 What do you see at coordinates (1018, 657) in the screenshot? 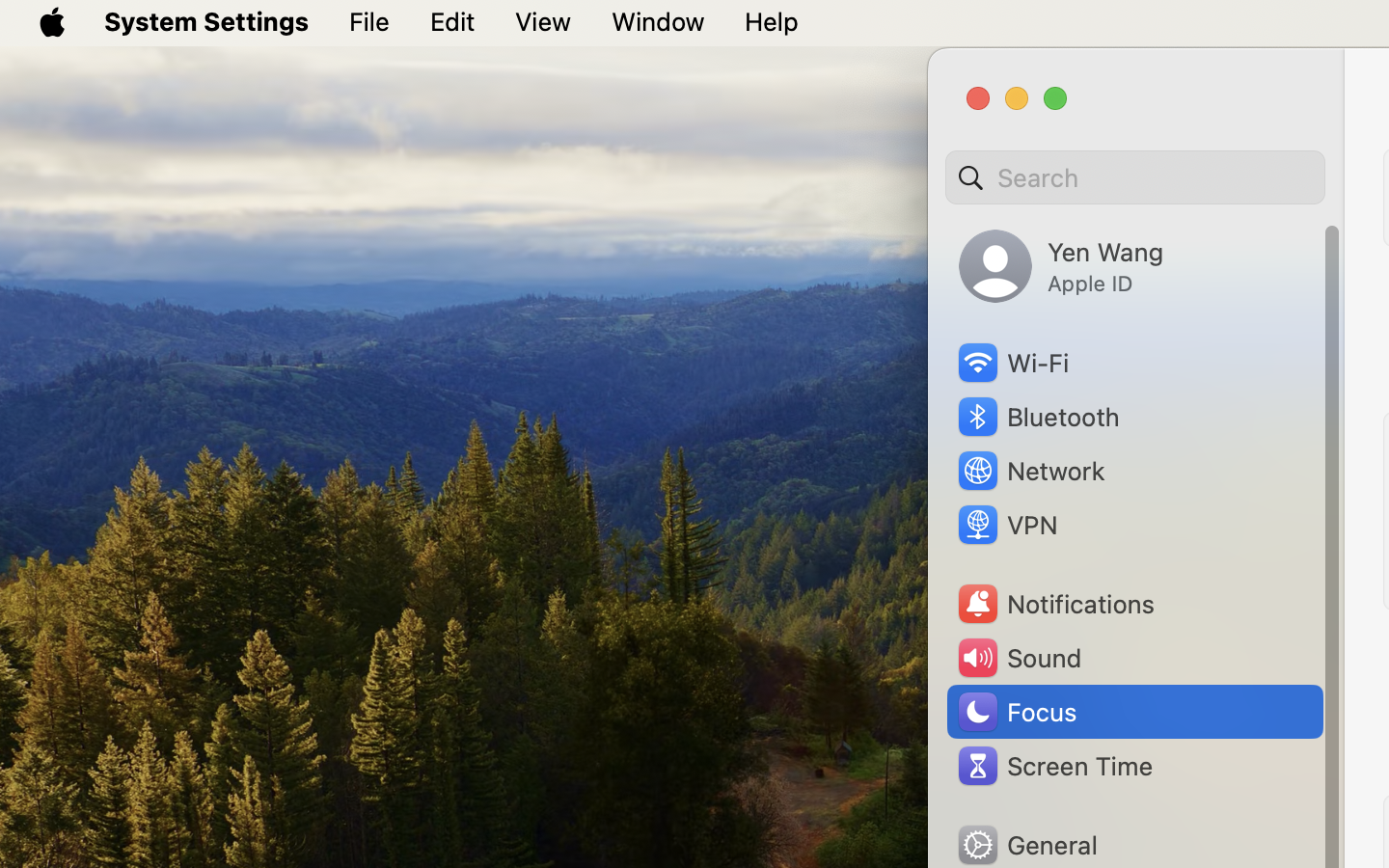
I see `'Sound'` at bounding box center [1018, 657].